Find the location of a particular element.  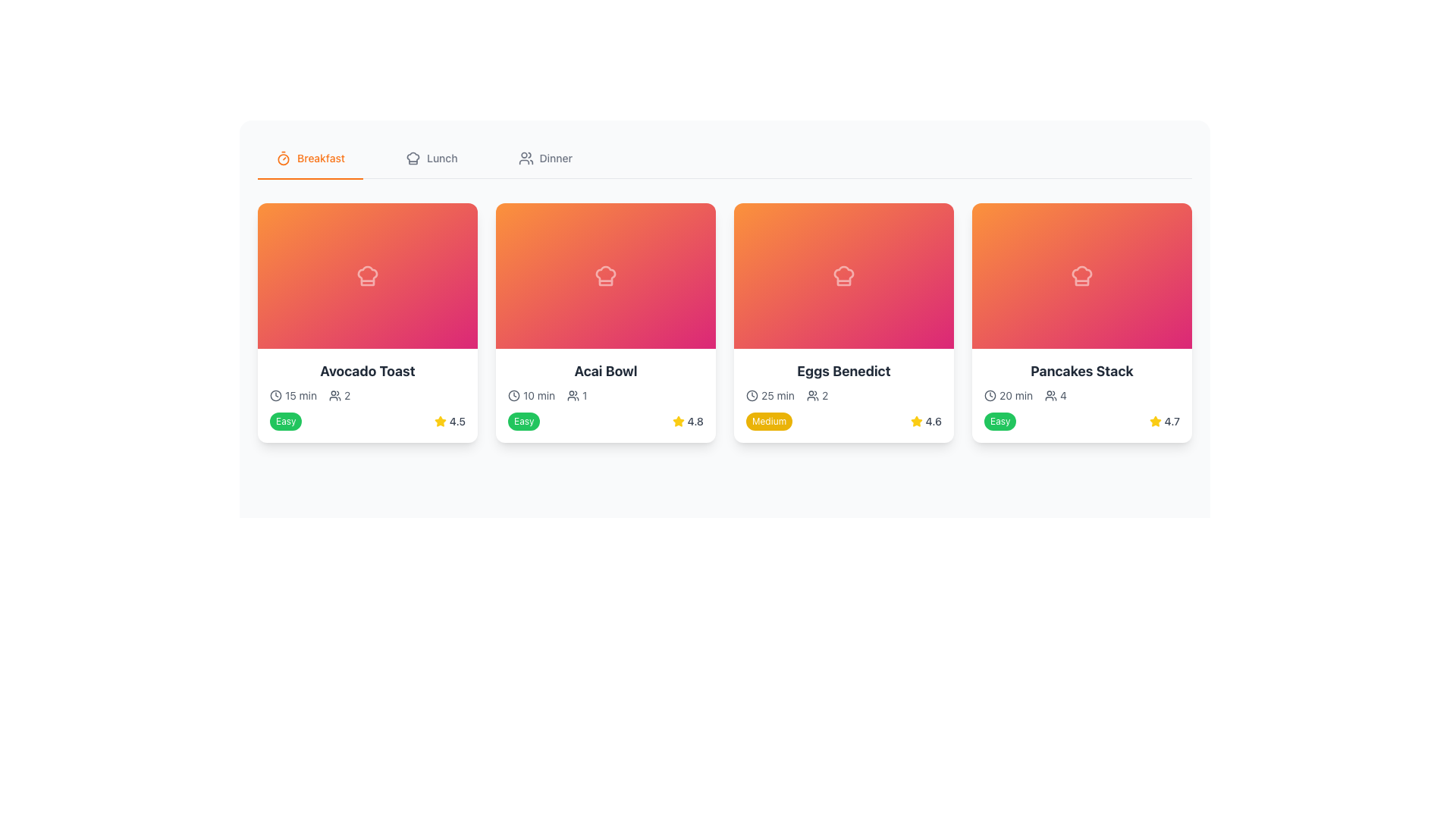

the informational card for the dish 'Acai Bowl', located in the second card of the horizontal grid, which displays details like preparation time, serving size, difficulty level, and a rating of '4.8' is located at coordinates (604, 394).